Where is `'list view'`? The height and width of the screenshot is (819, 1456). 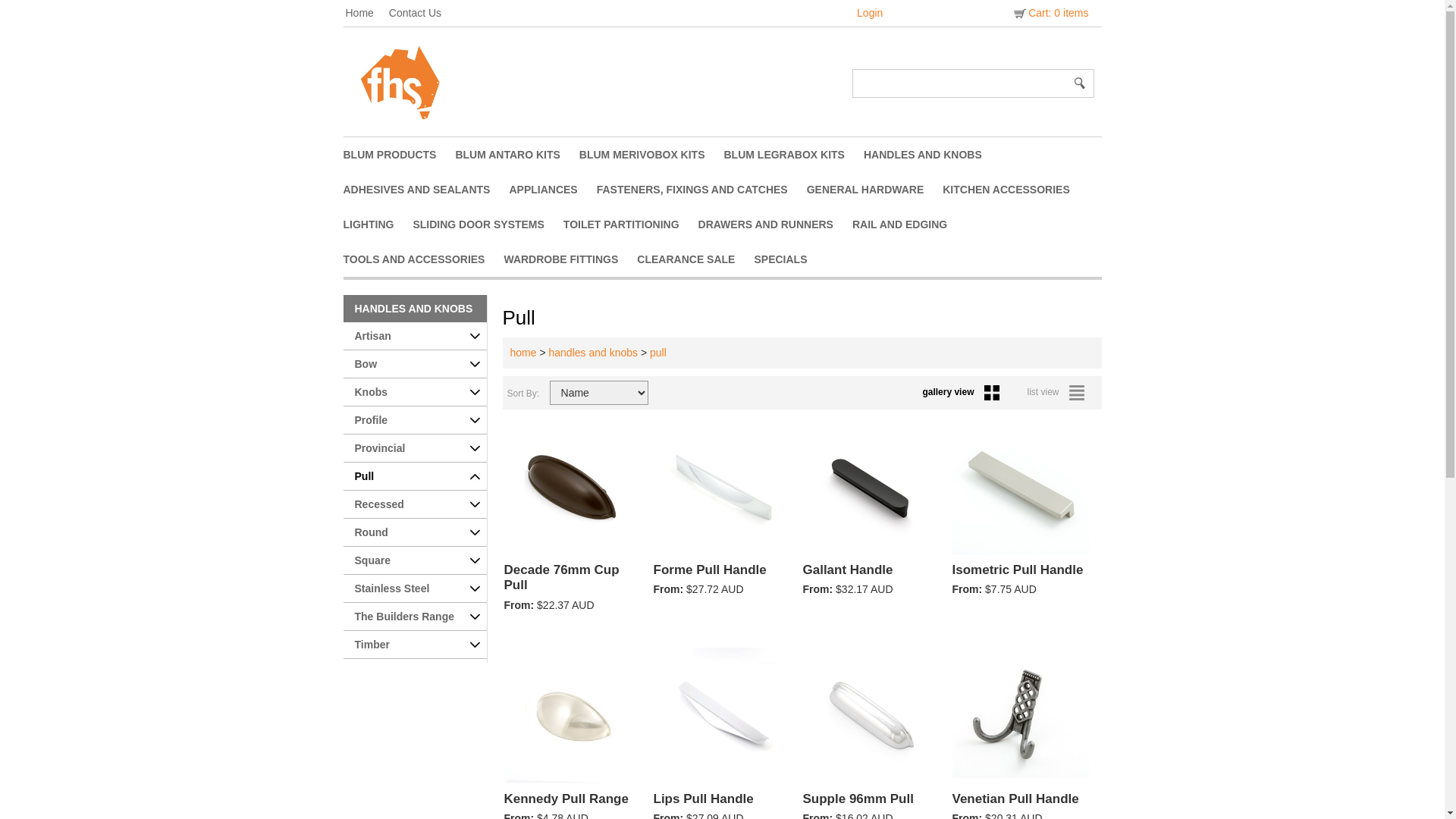 'list view' is located at coordinates (1058, 391).